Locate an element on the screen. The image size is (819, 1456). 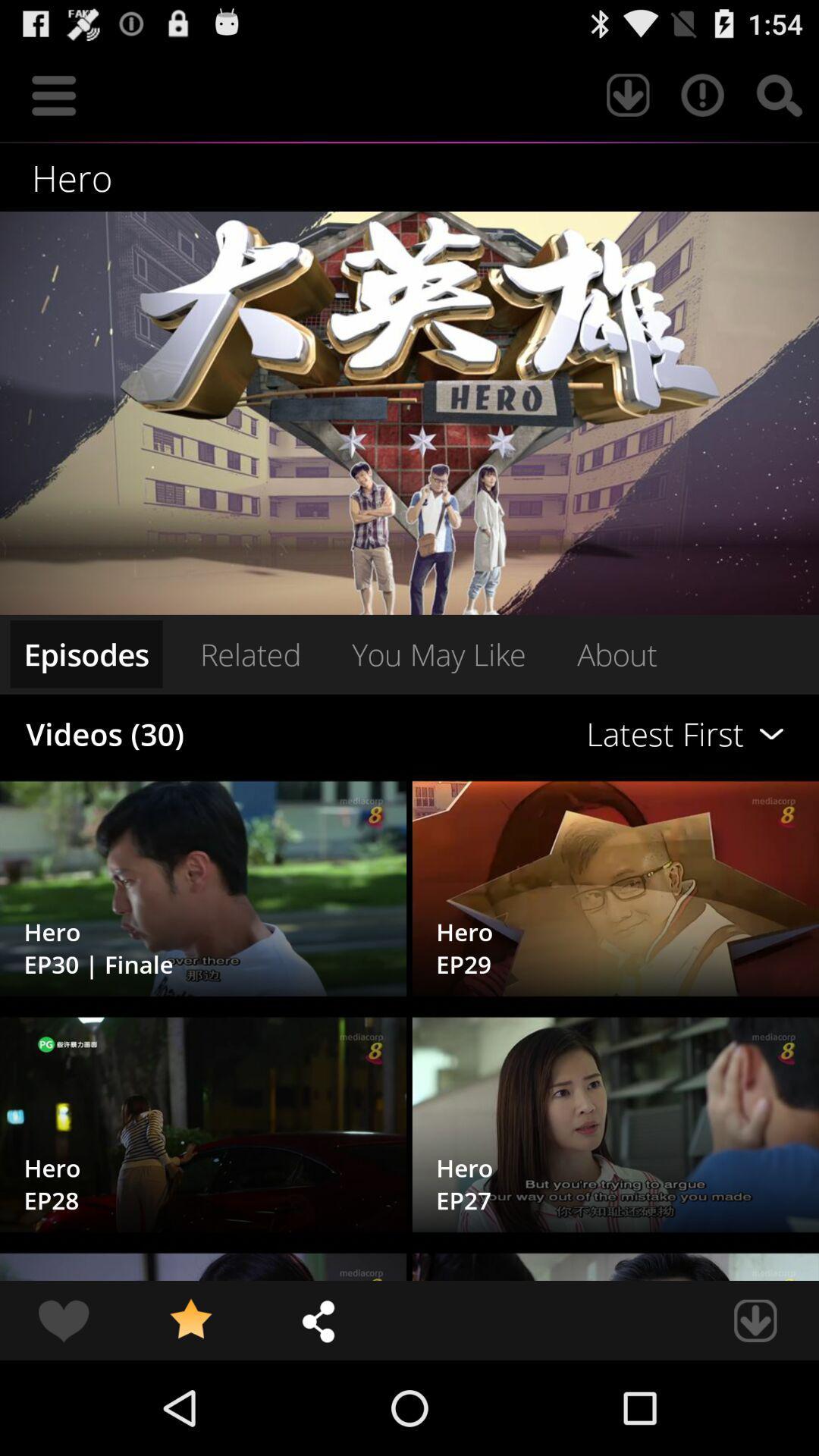
the you may like is located at coordinates (438, 654).